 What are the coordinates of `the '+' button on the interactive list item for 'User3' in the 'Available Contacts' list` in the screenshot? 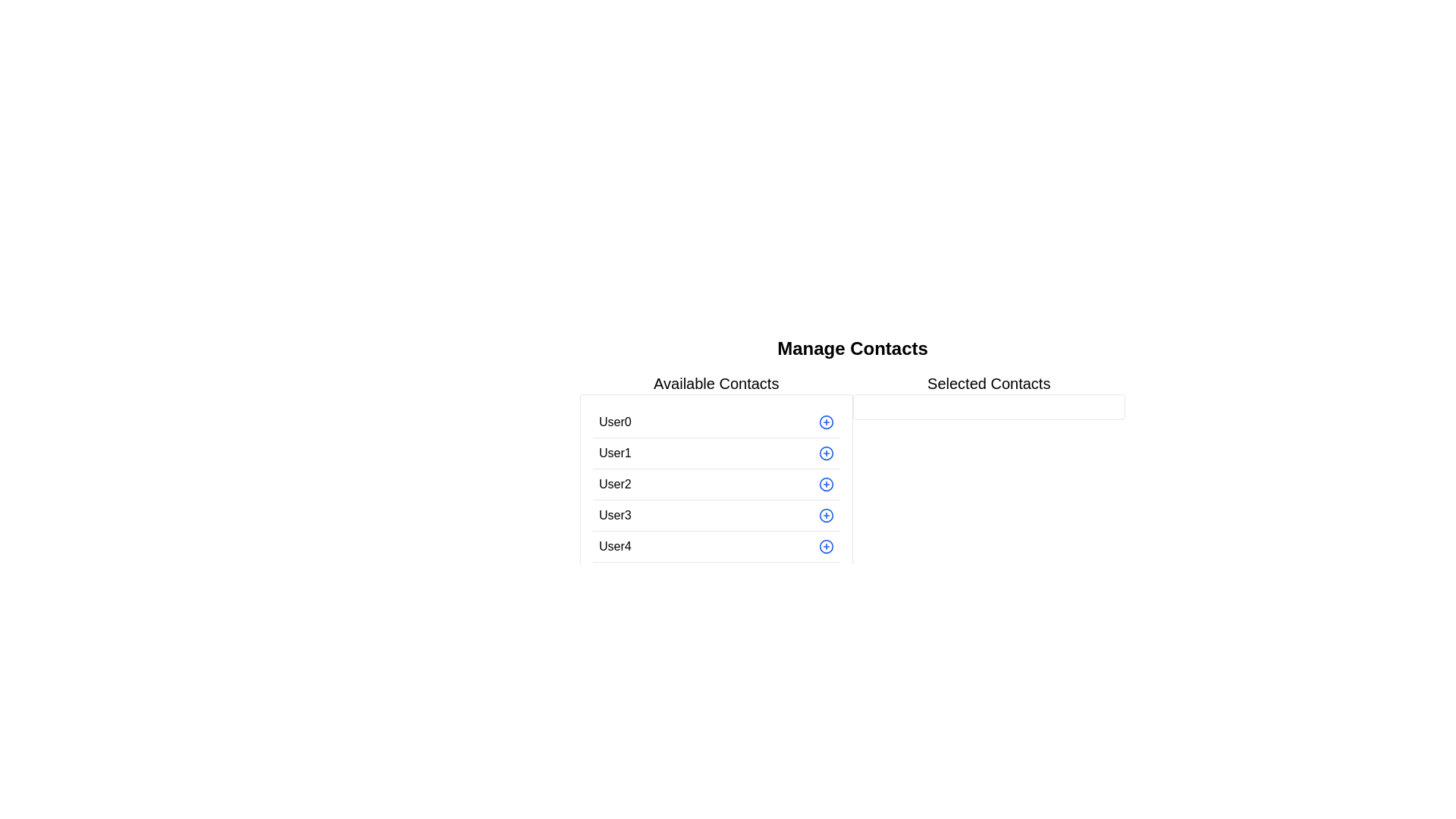 It's located at (715, 515).